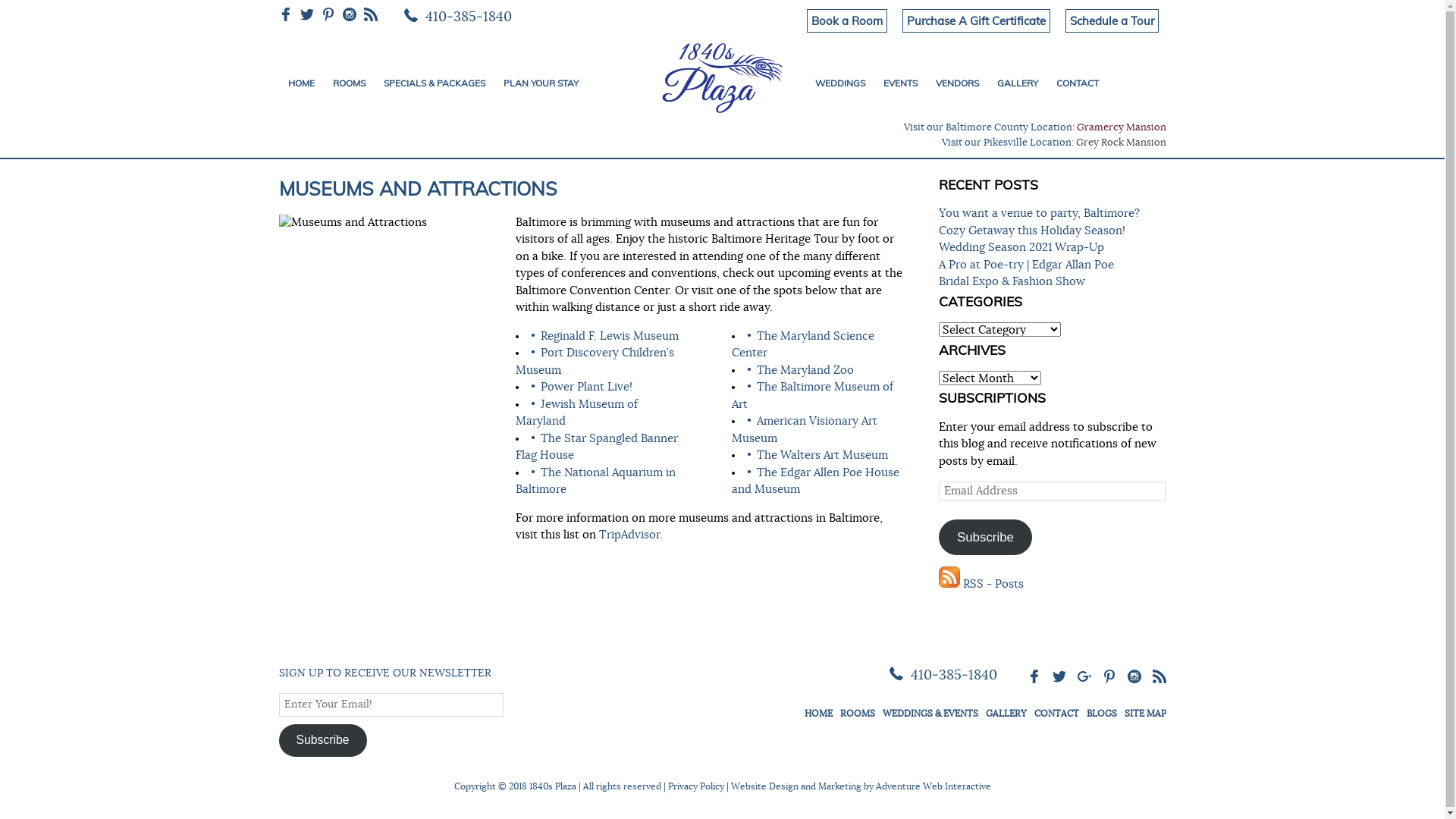 This screenshot has height=819, width=1456. What do you see at coordinates (1012, 281) in the screenshot?
I see `'Bridal Expo & Fashion Show'` at bounding box center [1012, 281].